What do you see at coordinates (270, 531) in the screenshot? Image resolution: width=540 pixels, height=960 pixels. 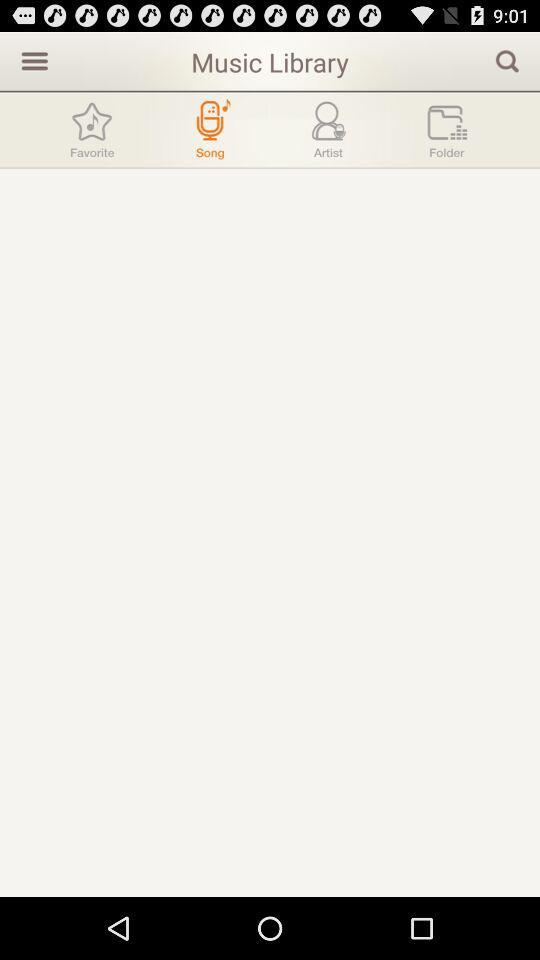 I see `the item at the center` at bounding box center [270, 531].